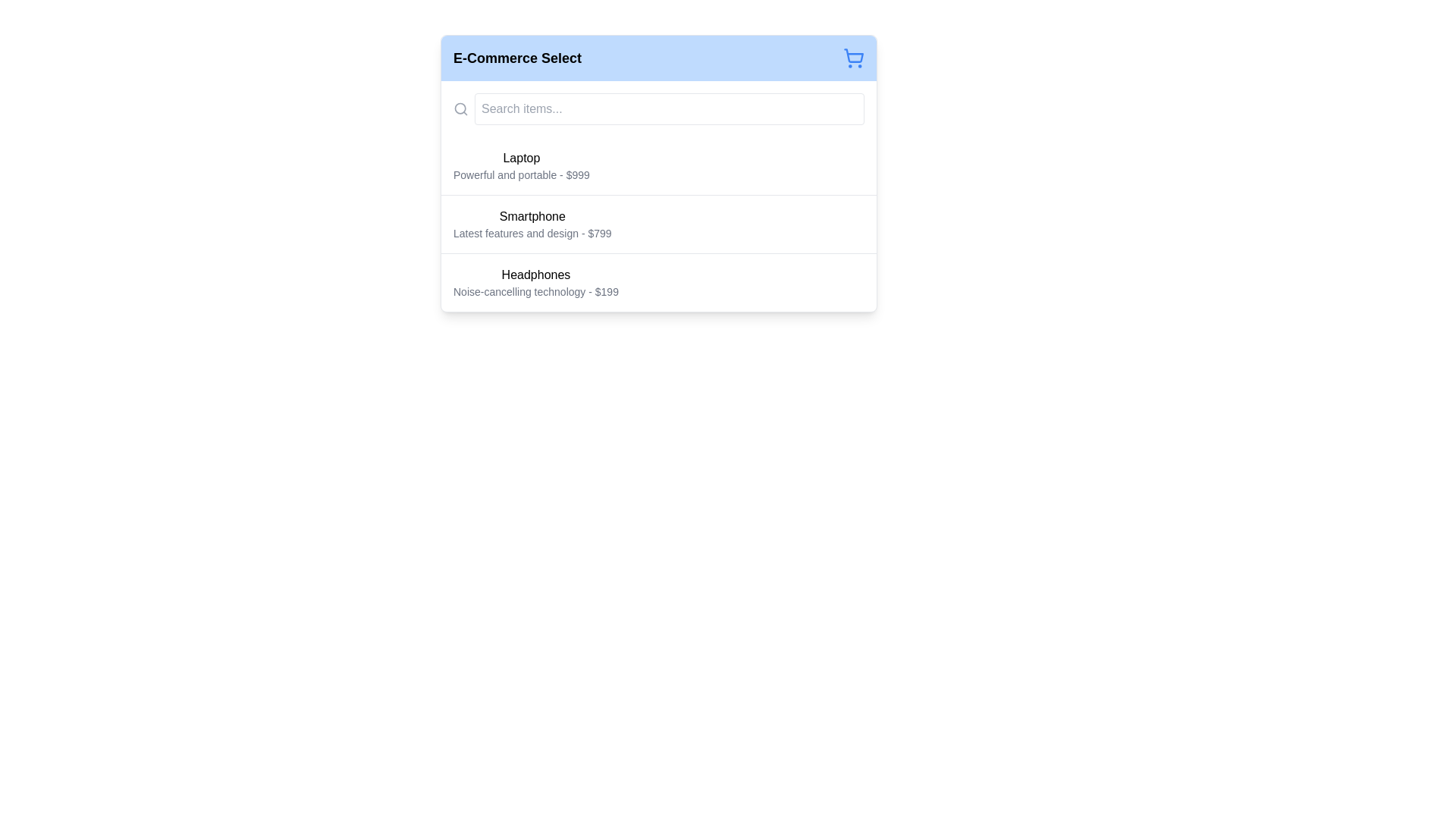 This screenshot has width=1456, height=819. Describe the element at coordinates (658, 195) in the screenshot. I see `an item in the product listing interface of the 'E-Commerce Select' panel` at that location.